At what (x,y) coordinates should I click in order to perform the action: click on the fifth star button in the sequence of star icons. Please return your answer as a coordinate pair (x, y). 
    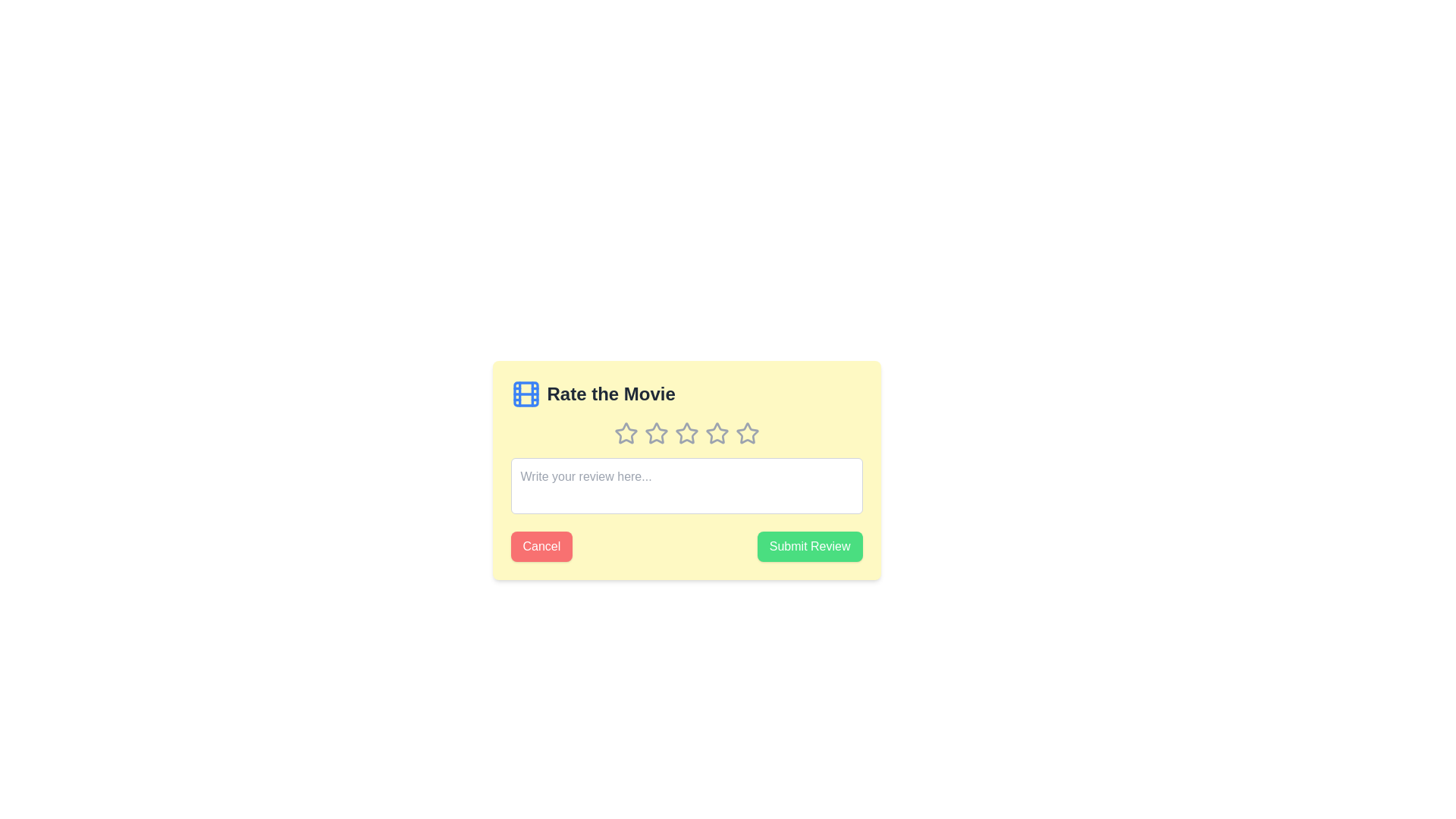
    Looking at the image, I should click on (747, 433).